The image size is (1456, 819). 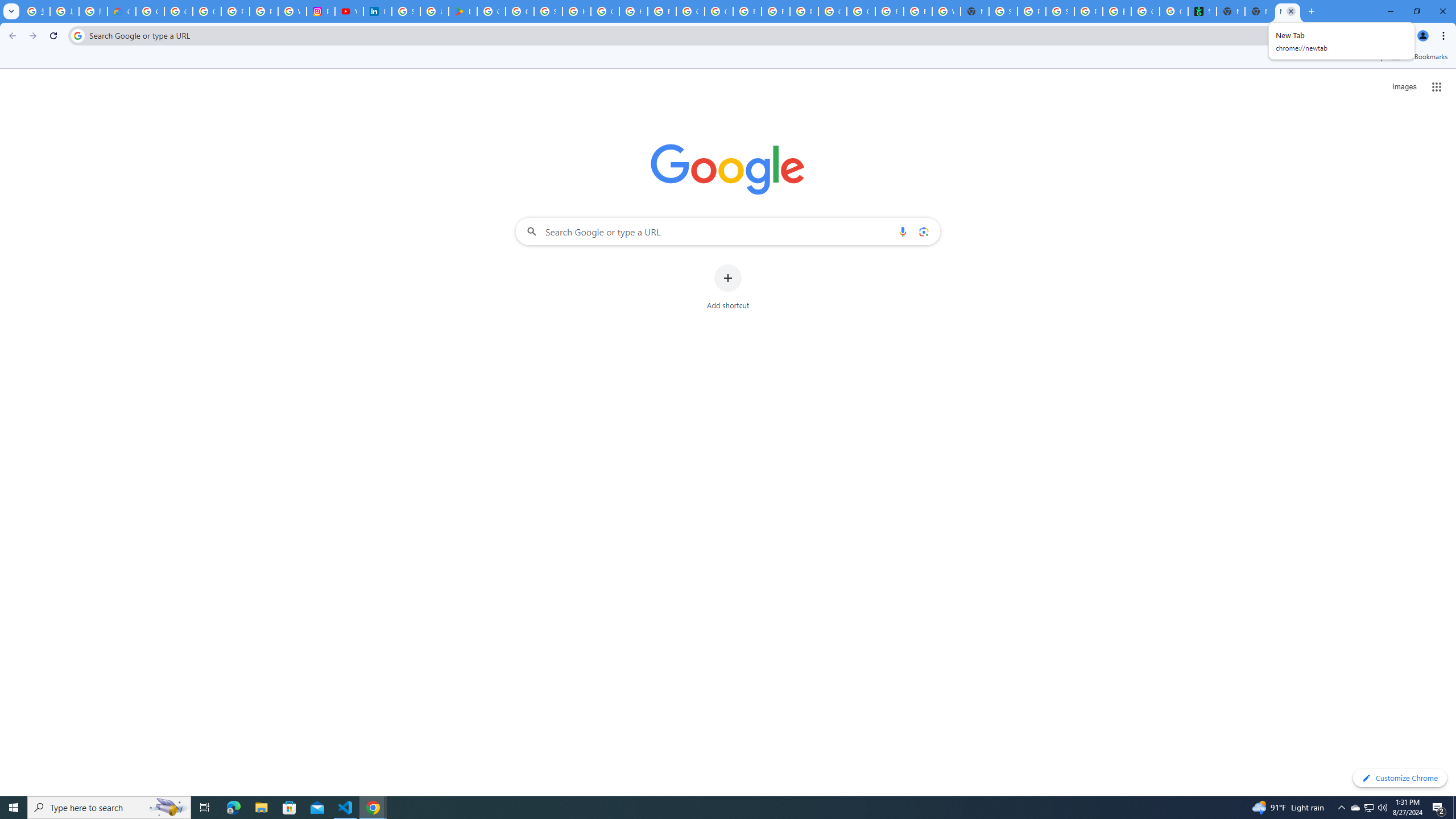 I want to click on 'Google Workspace - Specific Terms', so click(x=519, y=11).